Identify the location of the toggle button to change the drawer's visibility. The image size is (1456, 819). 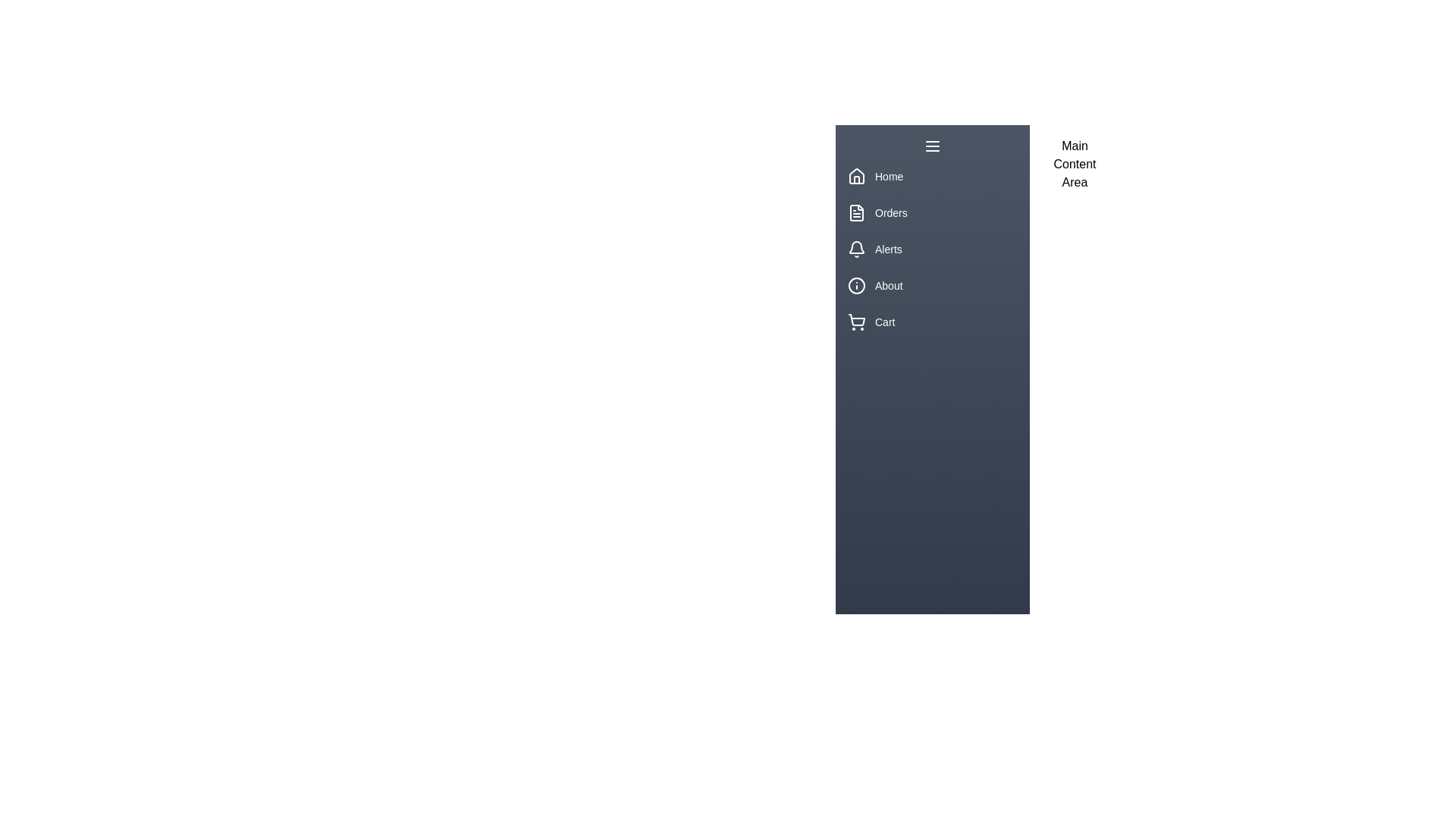
(931, 146).